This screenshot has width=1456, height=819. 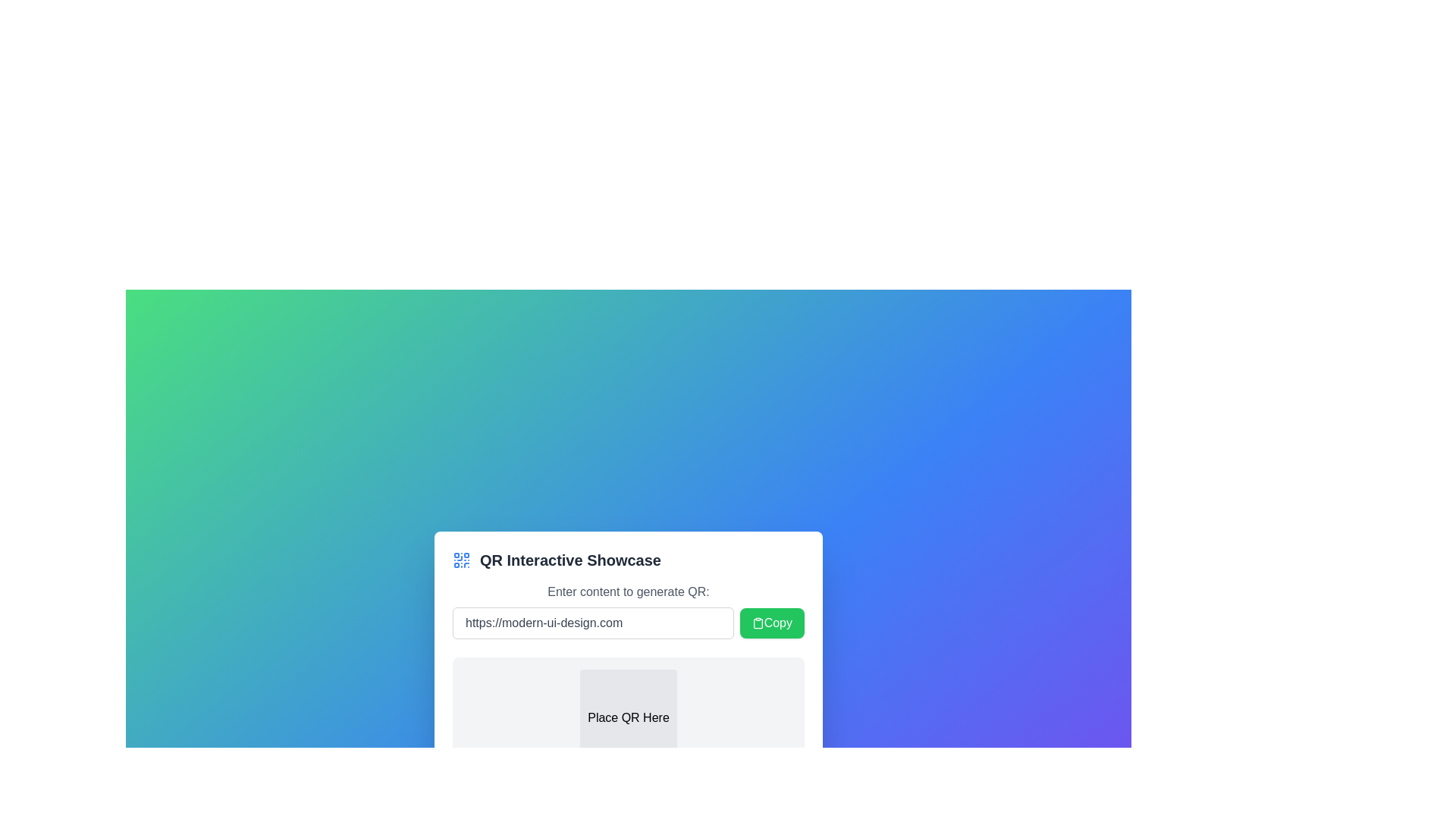 What do you see at coordinates (758, 623) in the screenshot?
I see `the 'Copy' button containing the clipboard icon to initiate the copy action` at bounding box center [758, 623].